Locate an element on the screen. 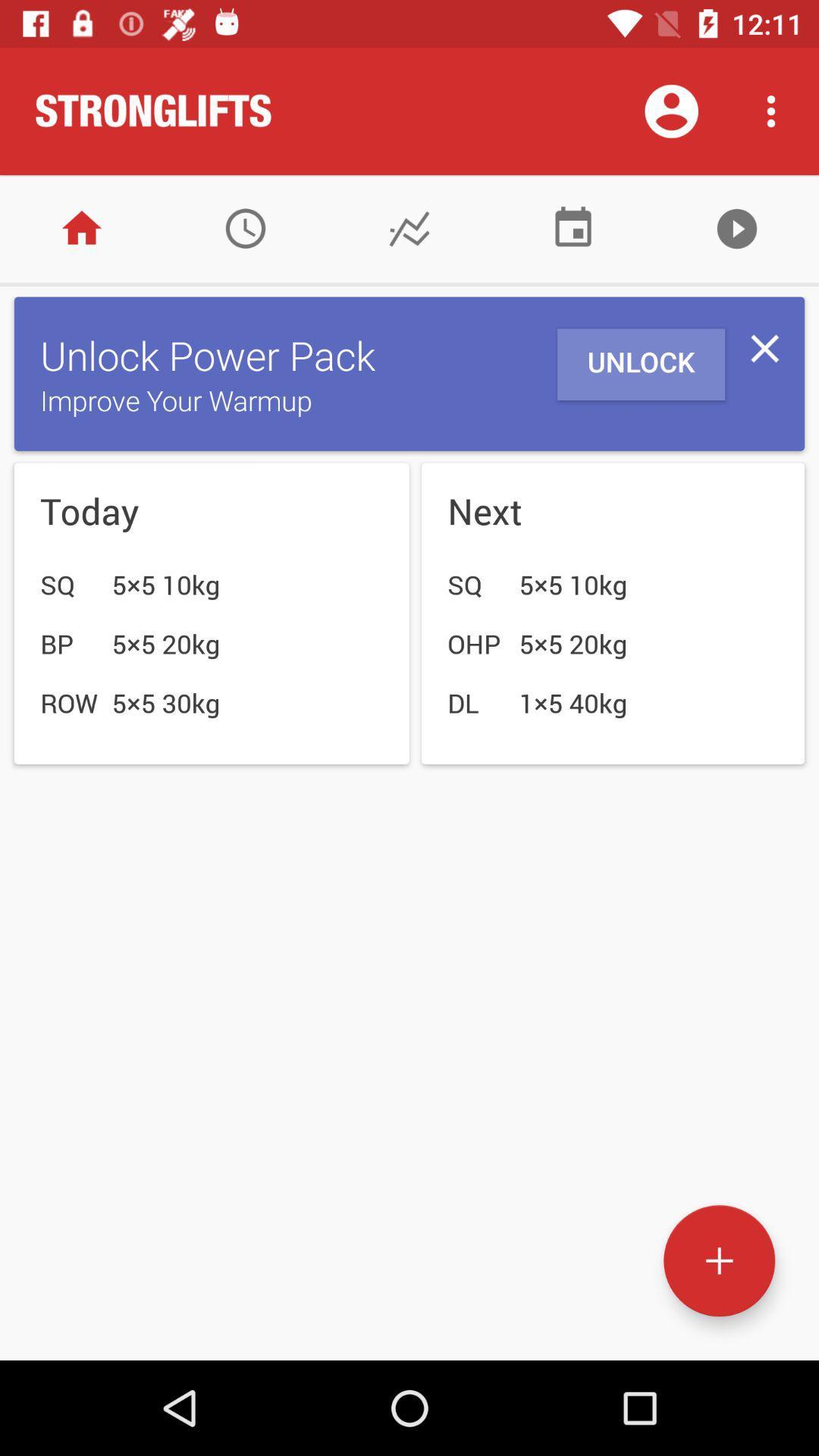  the option is located at coordinates (764, 347).